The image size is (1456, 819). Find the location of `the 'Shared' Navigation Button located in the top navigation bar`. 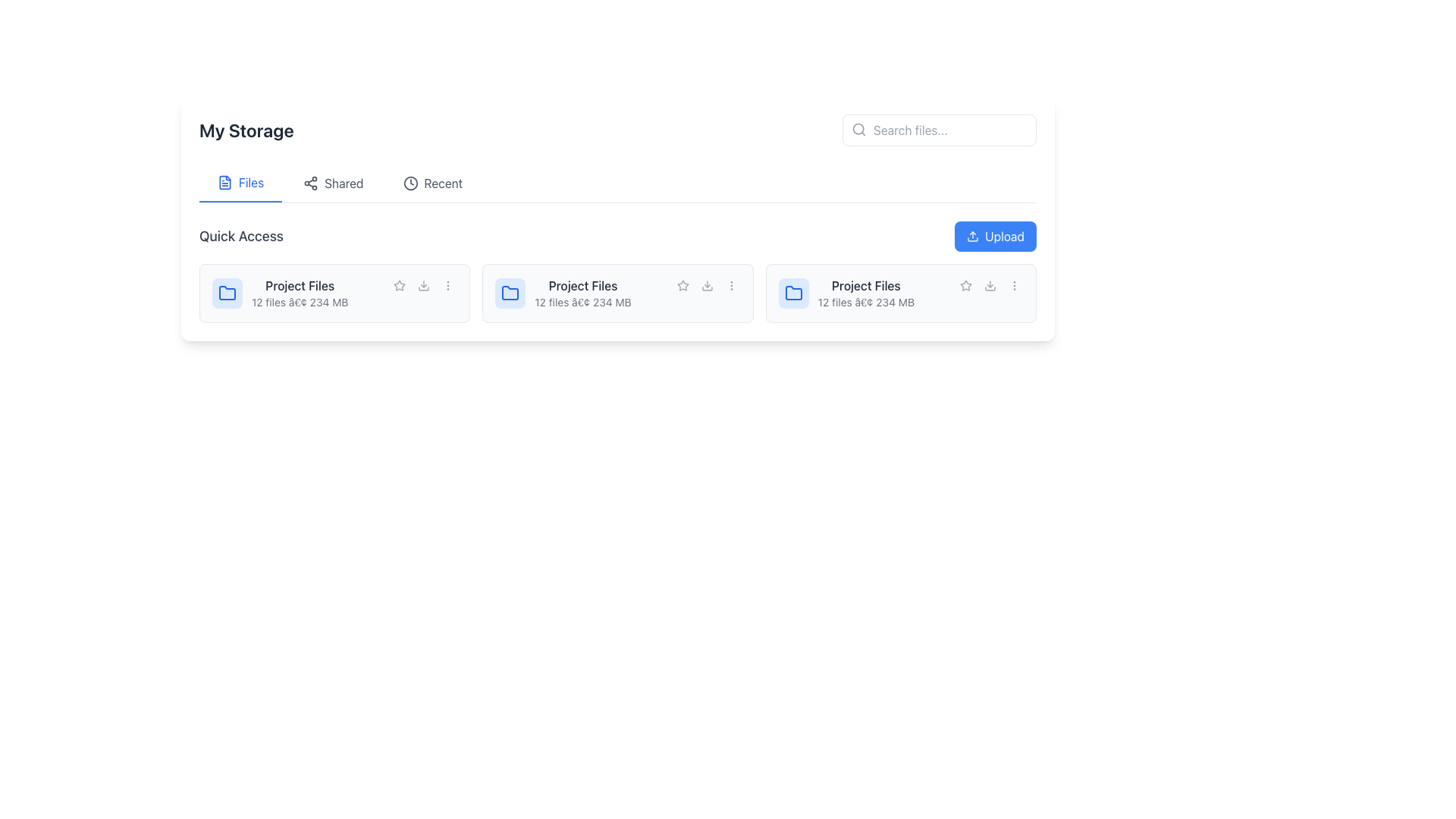

the 'Shared' Navigation Button located in the top navigation bar is located at coordinates (331, 183).